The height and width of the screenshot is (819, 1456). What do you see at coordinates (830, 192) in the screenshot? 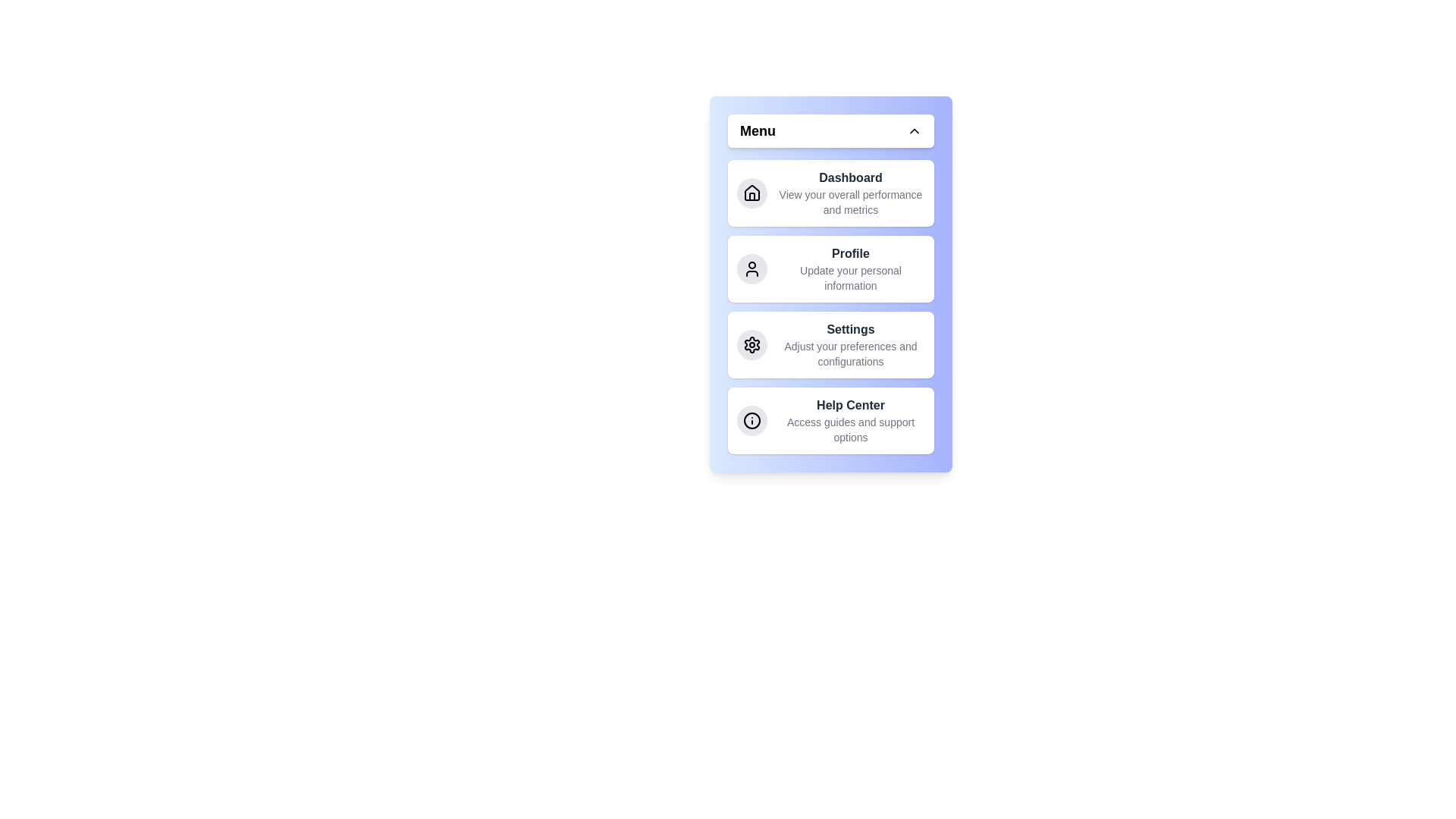
I see `the menu item Dashboard to observe the hover effect` at bounding box center [830, 192].